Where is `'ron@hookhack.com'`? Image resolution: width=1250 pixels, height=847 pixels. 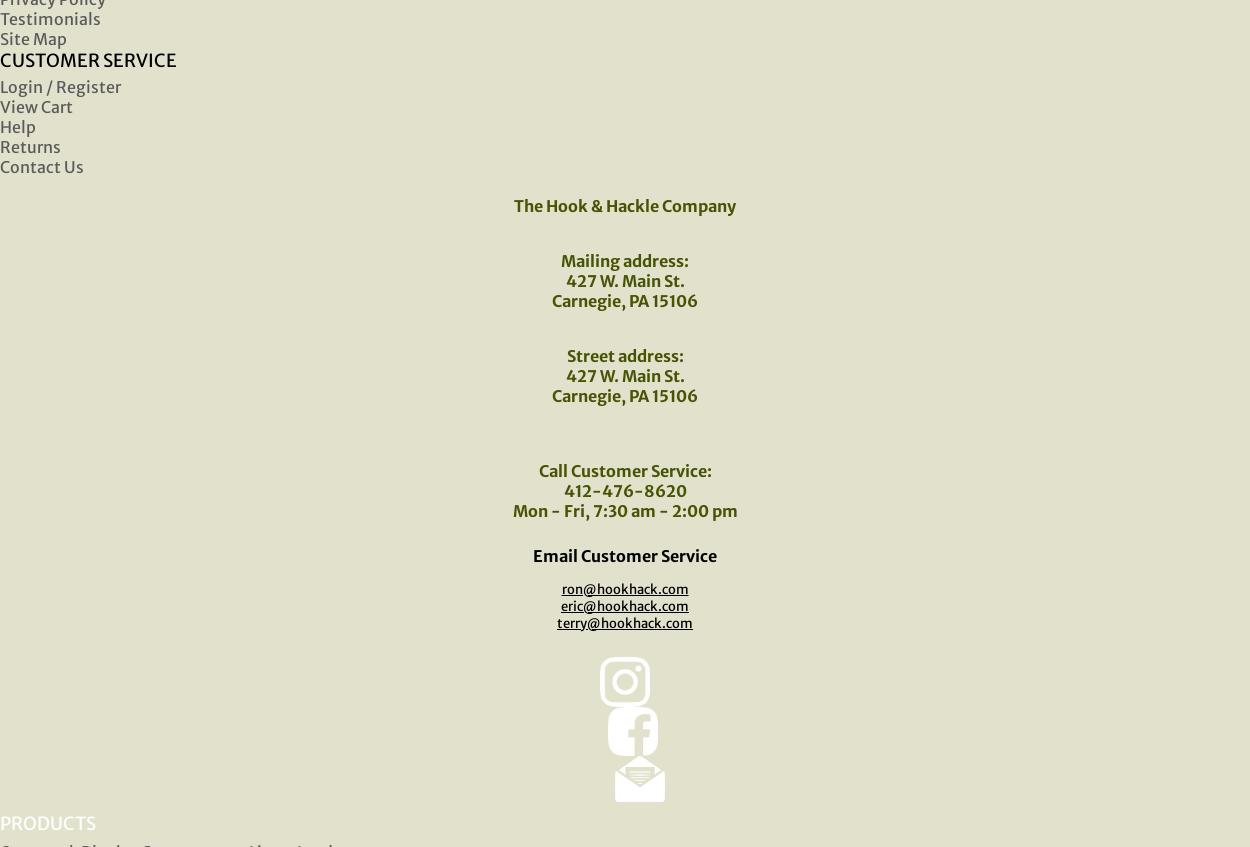 'ron@hookhack.com' is located at coordinates (561, 588).